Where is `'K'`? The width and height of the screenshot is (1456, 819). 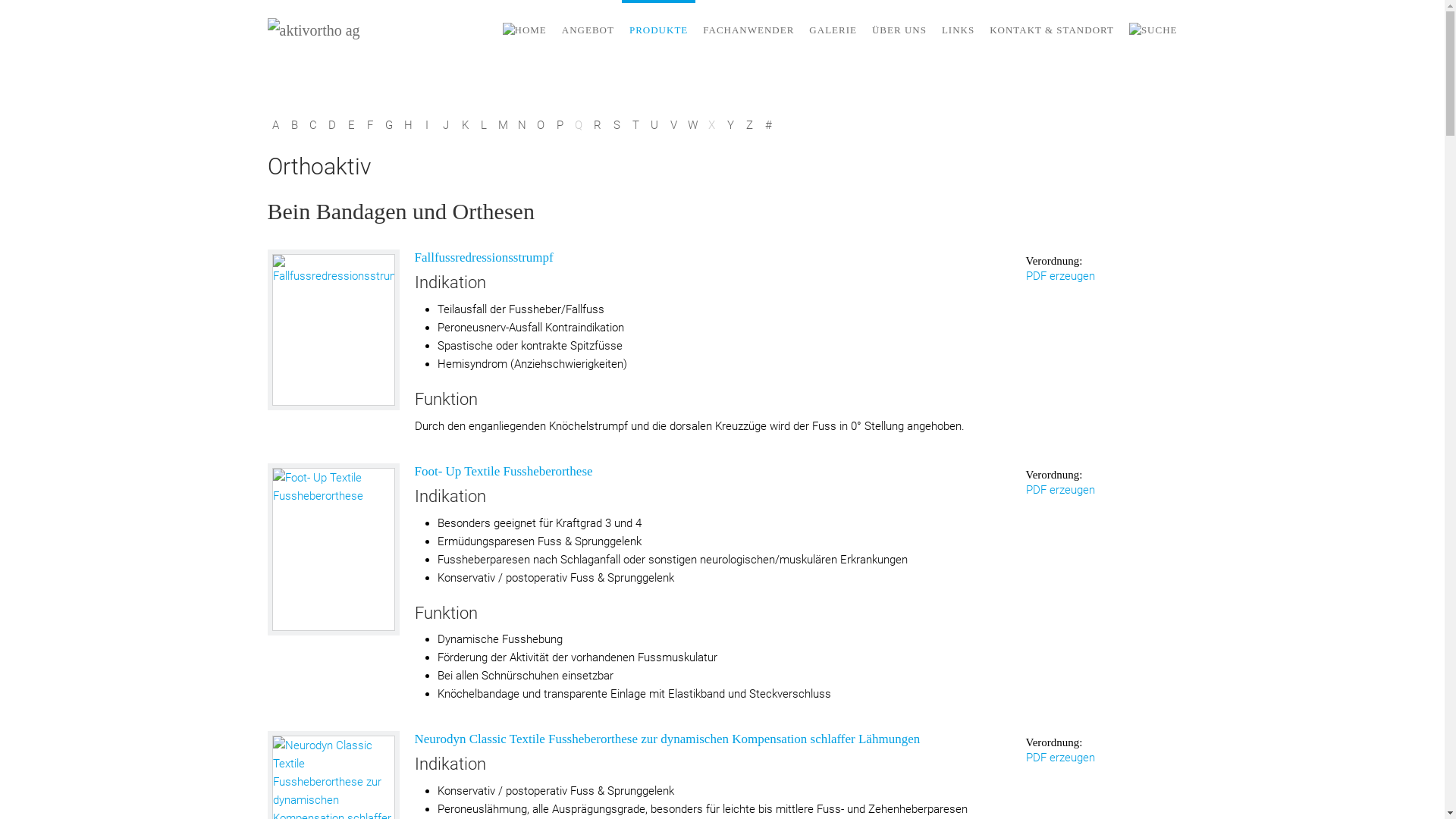
'K' is located at coordinates (455, 124).